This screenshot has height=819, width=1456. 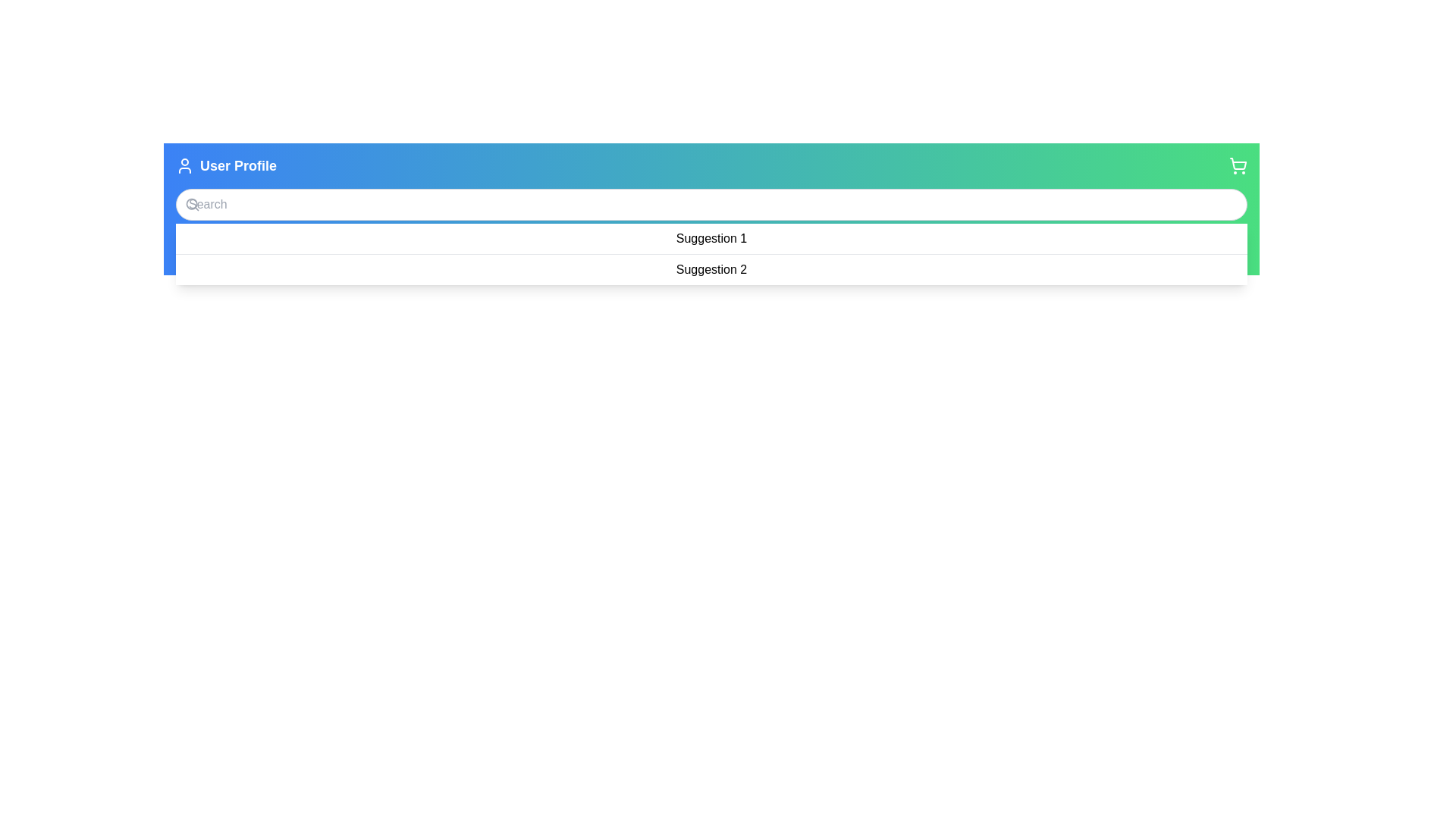 What do you see at coordinates (711, 268) in the screenshot?
I see `the text element labeled 'Suggestion 2' in the dropdown suggestion list` at bounding box center [711, 268].